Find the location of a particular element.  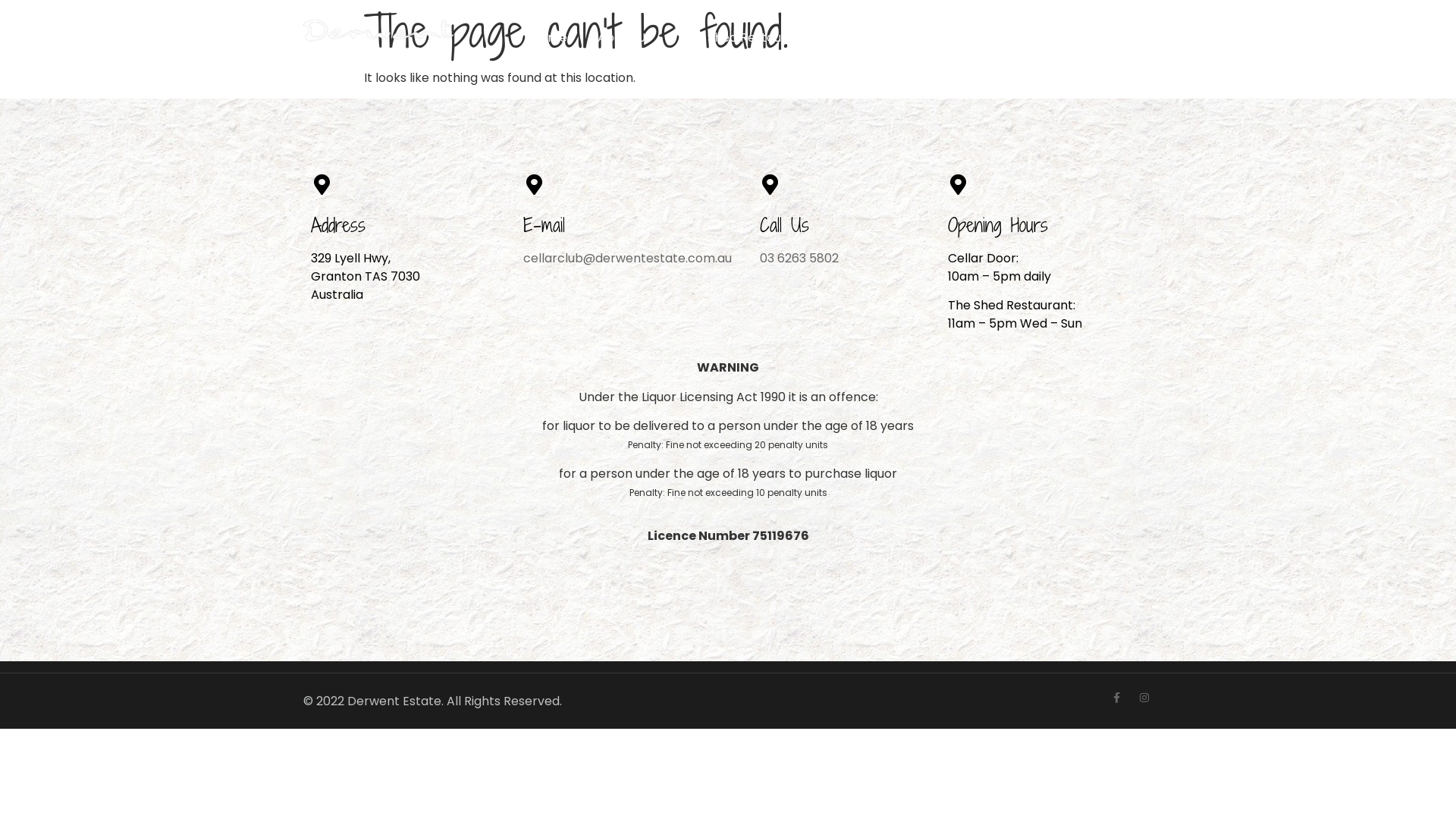

'Login' is located at coordinates (1126, 37).